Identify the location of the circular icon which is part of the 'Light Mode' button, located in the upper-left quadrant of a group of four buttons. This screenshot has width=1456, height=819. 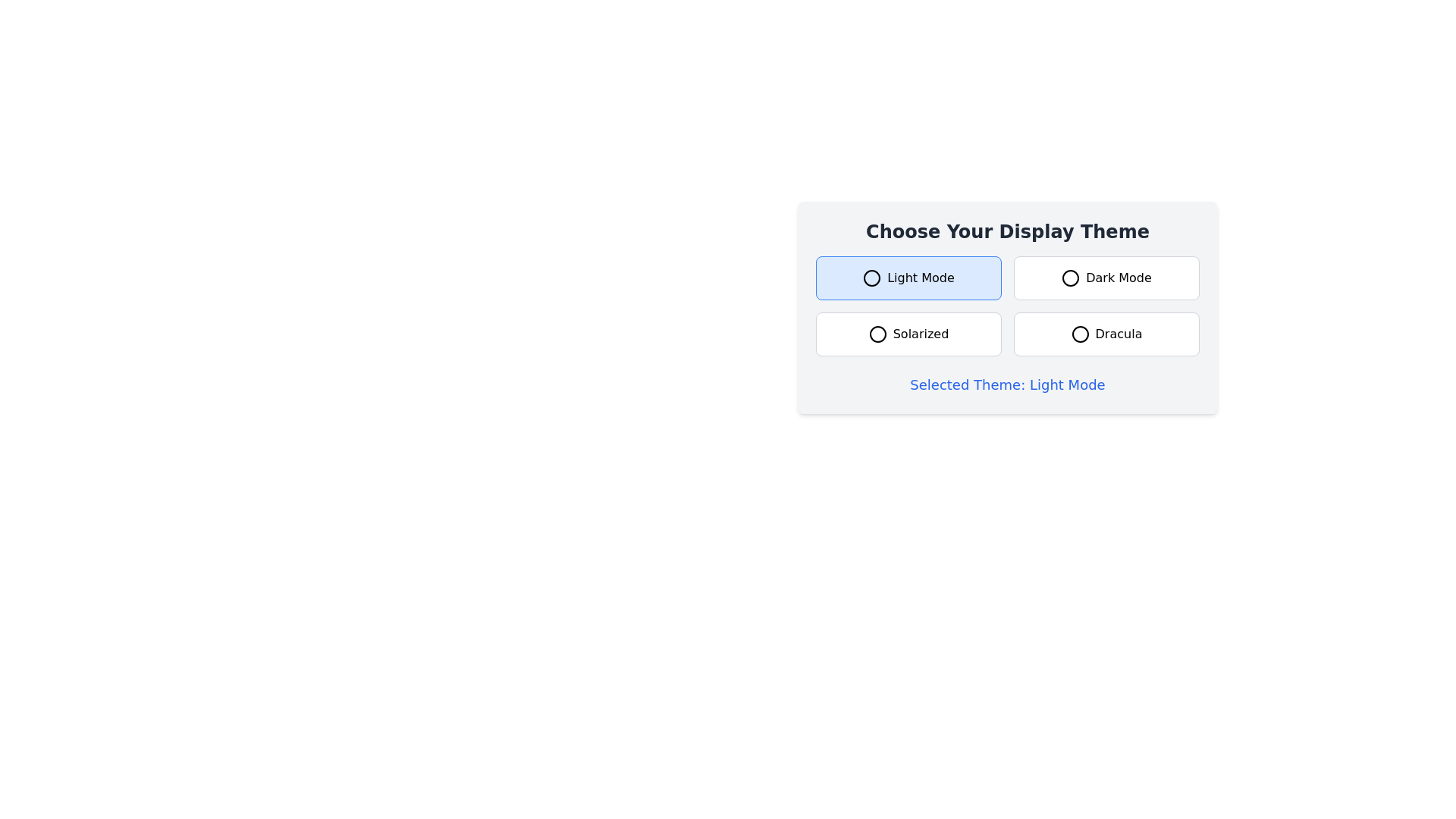
(872, 278).